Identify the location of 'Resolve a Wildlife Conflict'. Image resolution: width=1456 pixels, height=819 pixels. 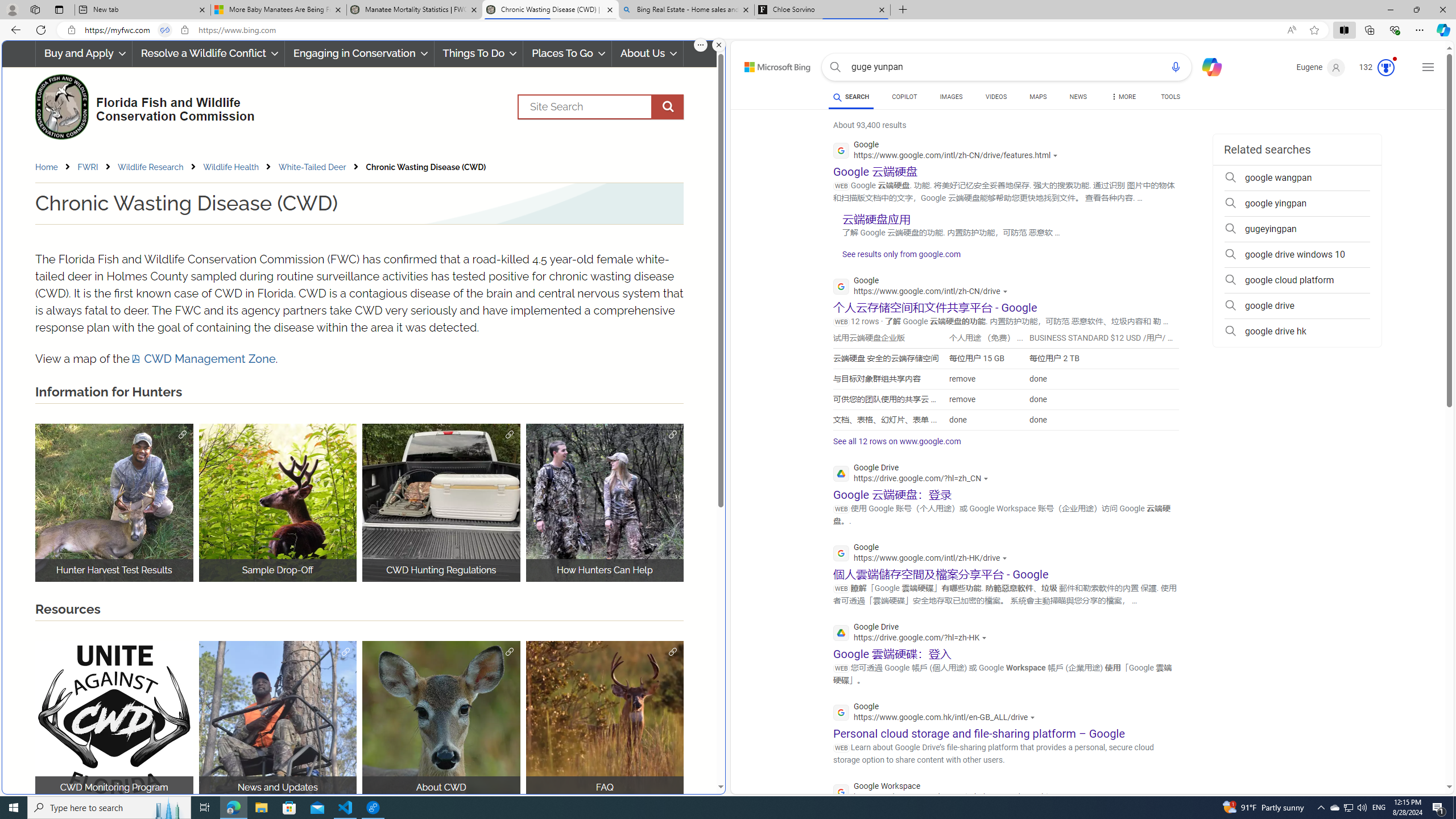
(208, 53).